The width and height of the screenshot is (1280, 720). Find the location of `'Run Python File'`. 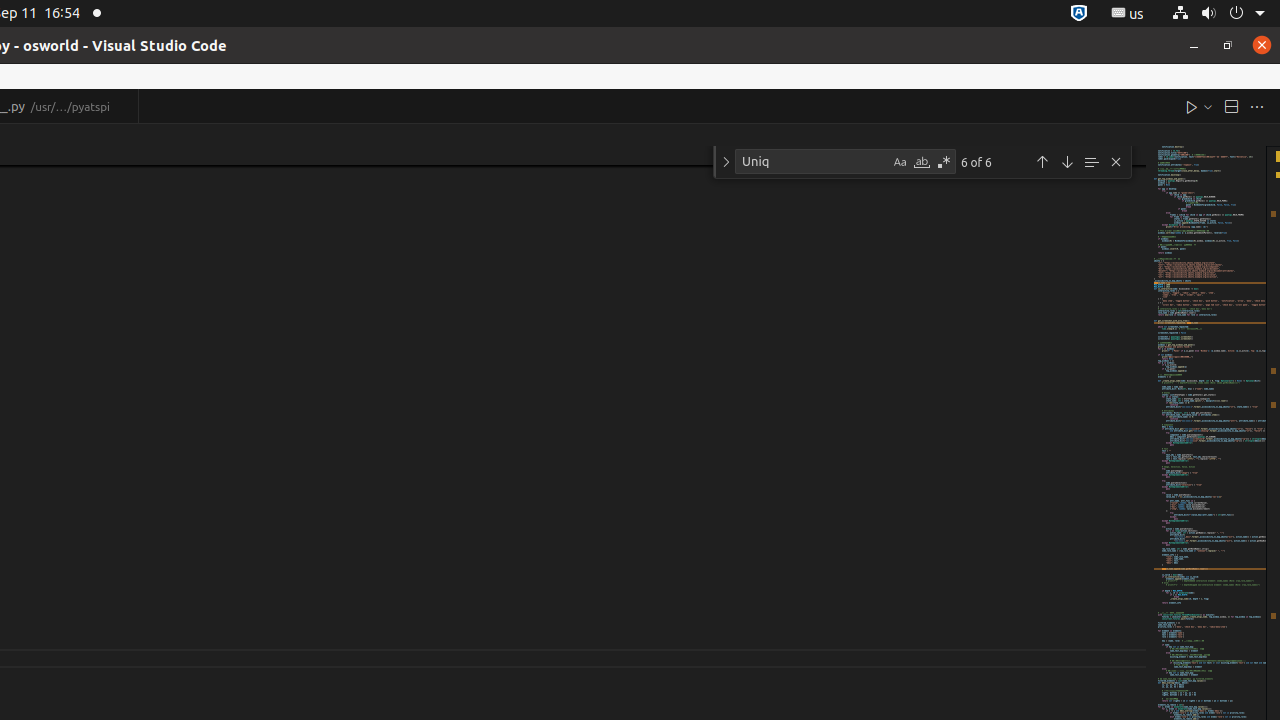

'Run Python File' is located at coordinates (1191, 106).